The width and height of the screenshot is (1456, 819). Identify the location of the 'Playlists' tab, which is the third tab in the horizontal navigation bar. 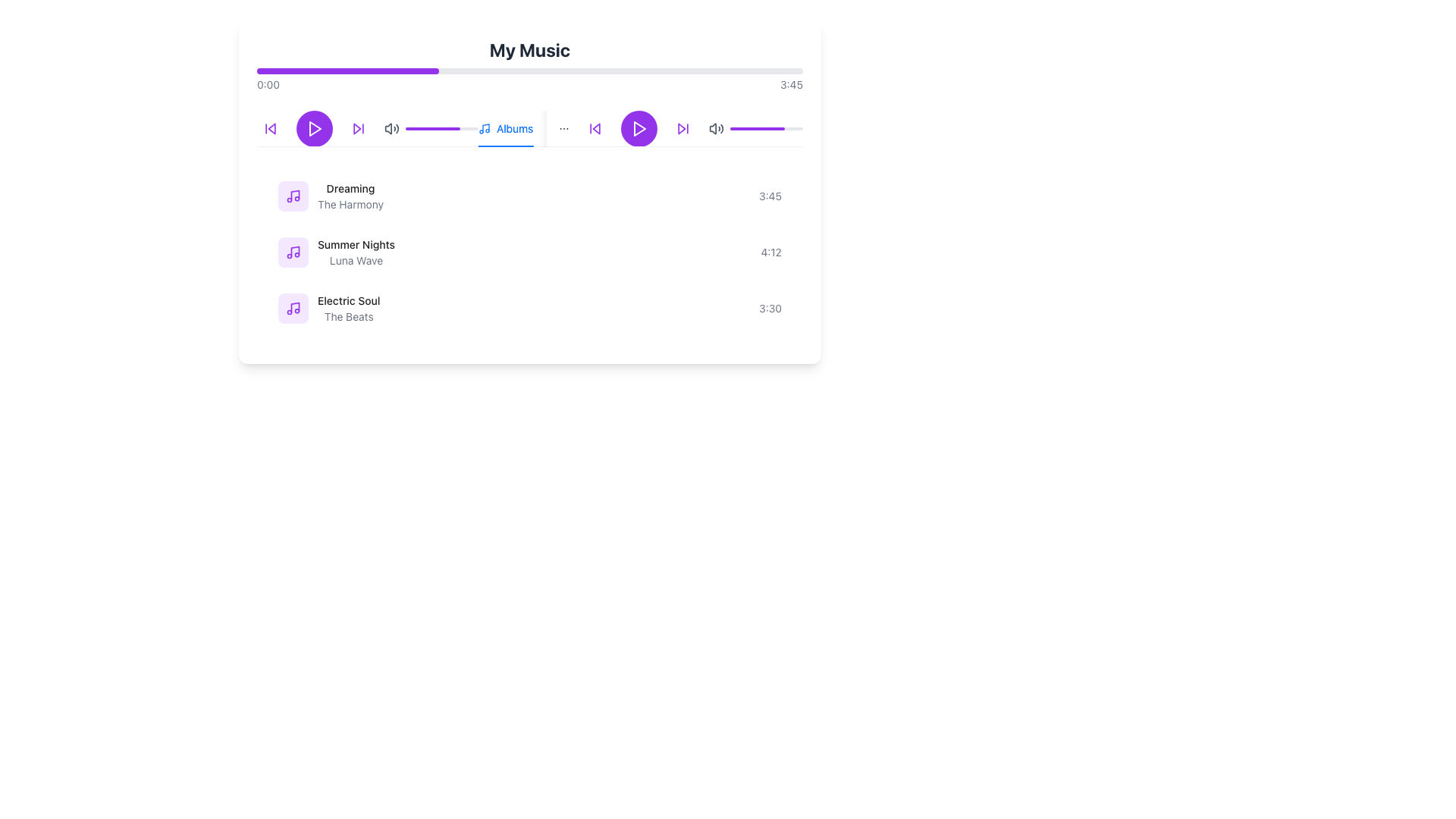
(661, 127).